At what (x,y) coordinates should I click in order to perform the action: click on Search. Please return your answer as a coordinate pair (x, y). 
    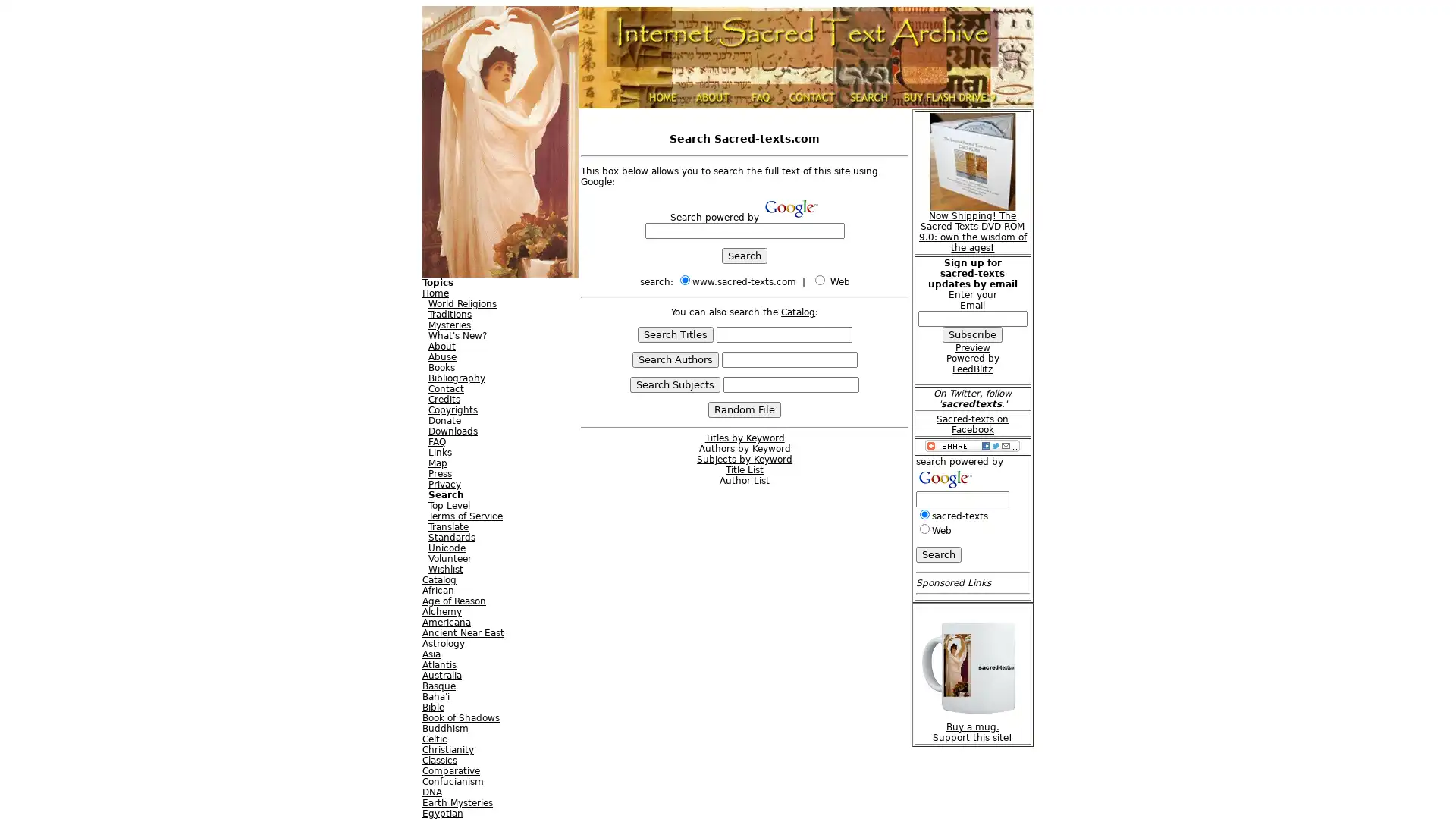
    Looking at the image, I should click on (745, 255).